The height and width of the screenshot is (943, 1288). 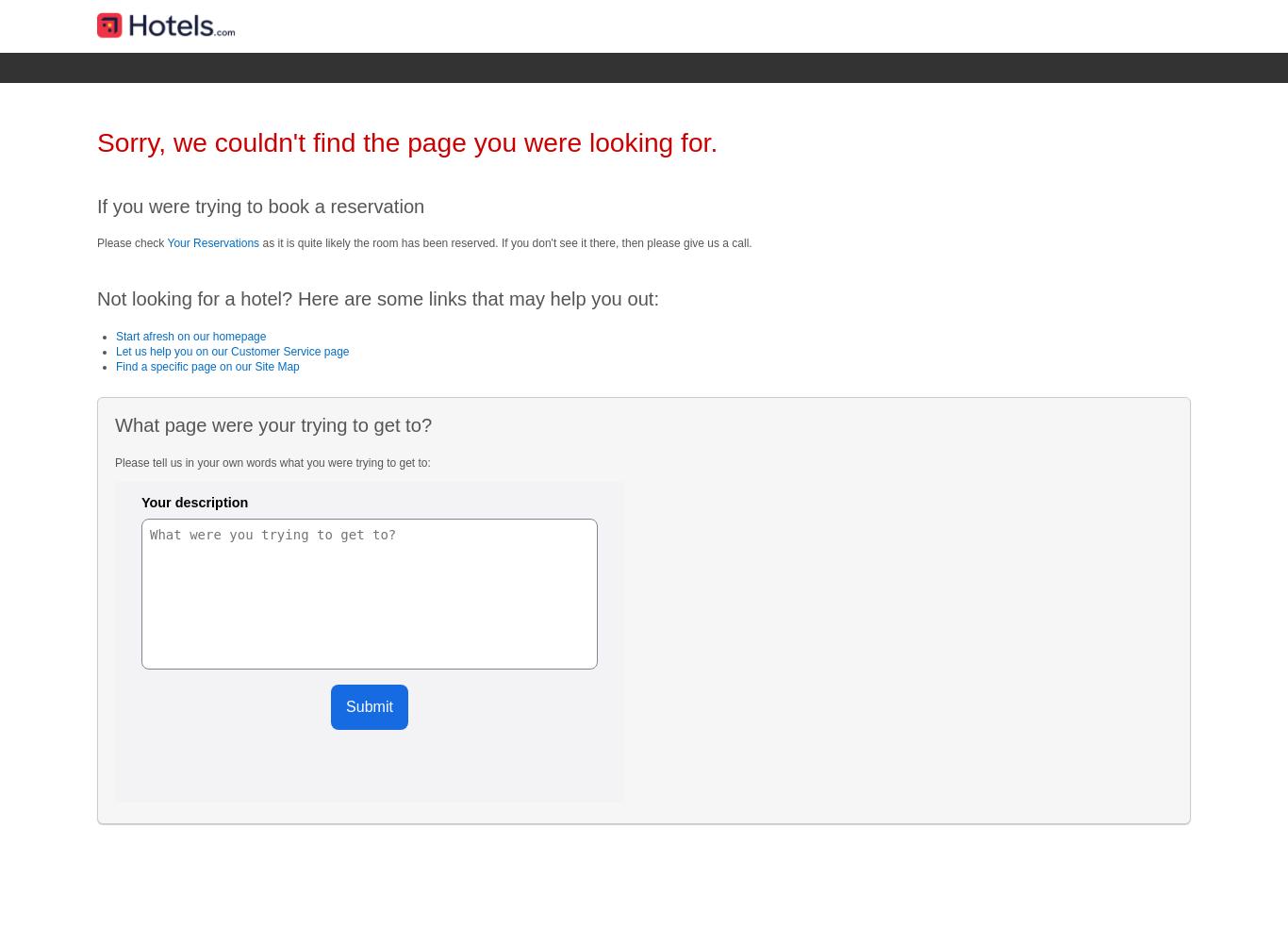 What do you see at coordinates (232, 350) in the screenshot?
I see `'Let us help you on our Customer Service page'` at bounding box center [232, 350].